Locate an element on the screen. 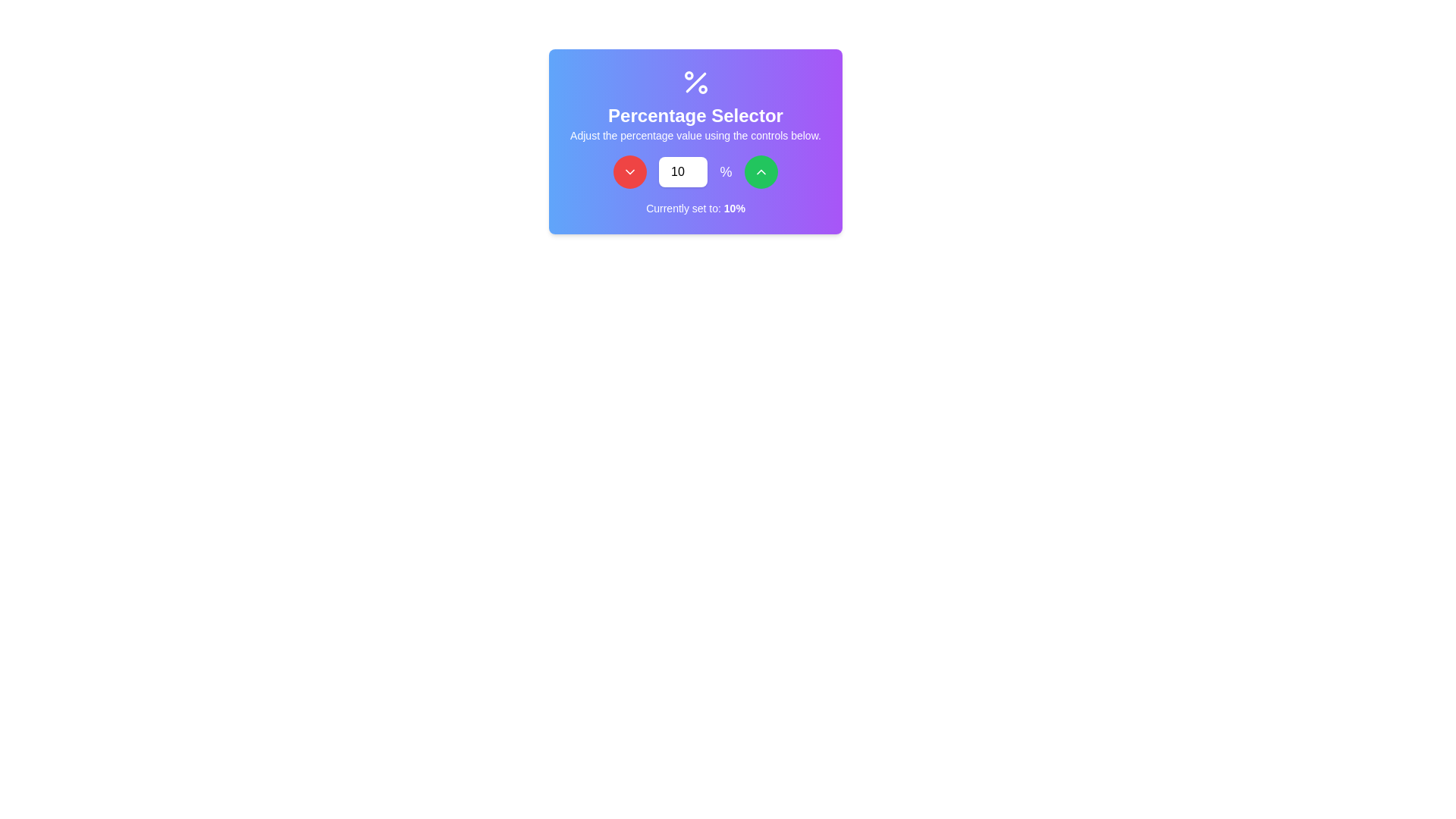  the decorative icon that indicates percentage operations, located at the top of the card above the 'Percentage Selector' text is located at coordinates (695, 82).